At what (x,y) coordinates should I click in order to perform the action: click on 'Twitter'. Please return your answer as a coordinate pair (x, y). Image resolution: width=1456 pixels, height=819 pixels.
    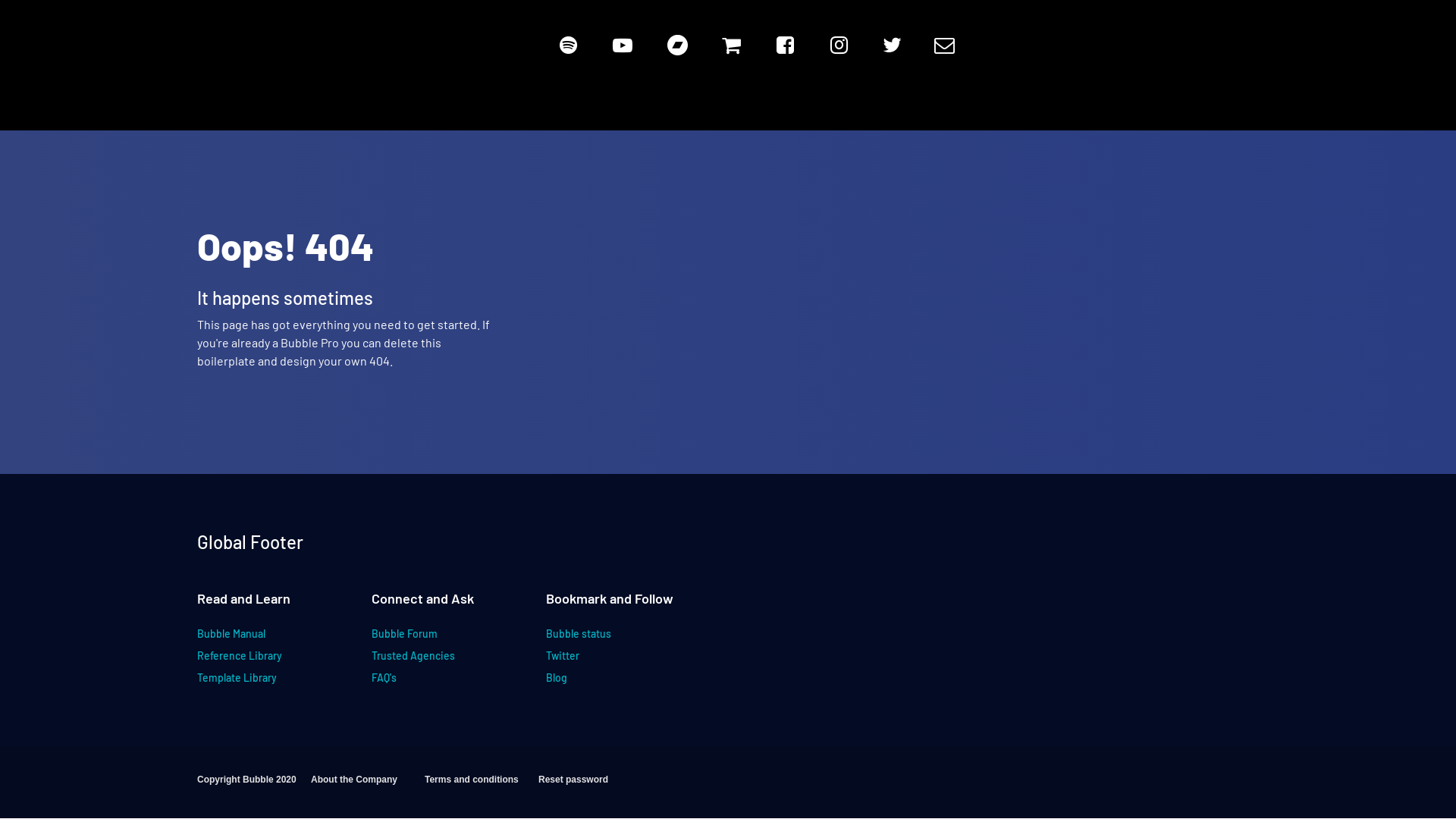
    Looking at the image, I should click on (602, 661).